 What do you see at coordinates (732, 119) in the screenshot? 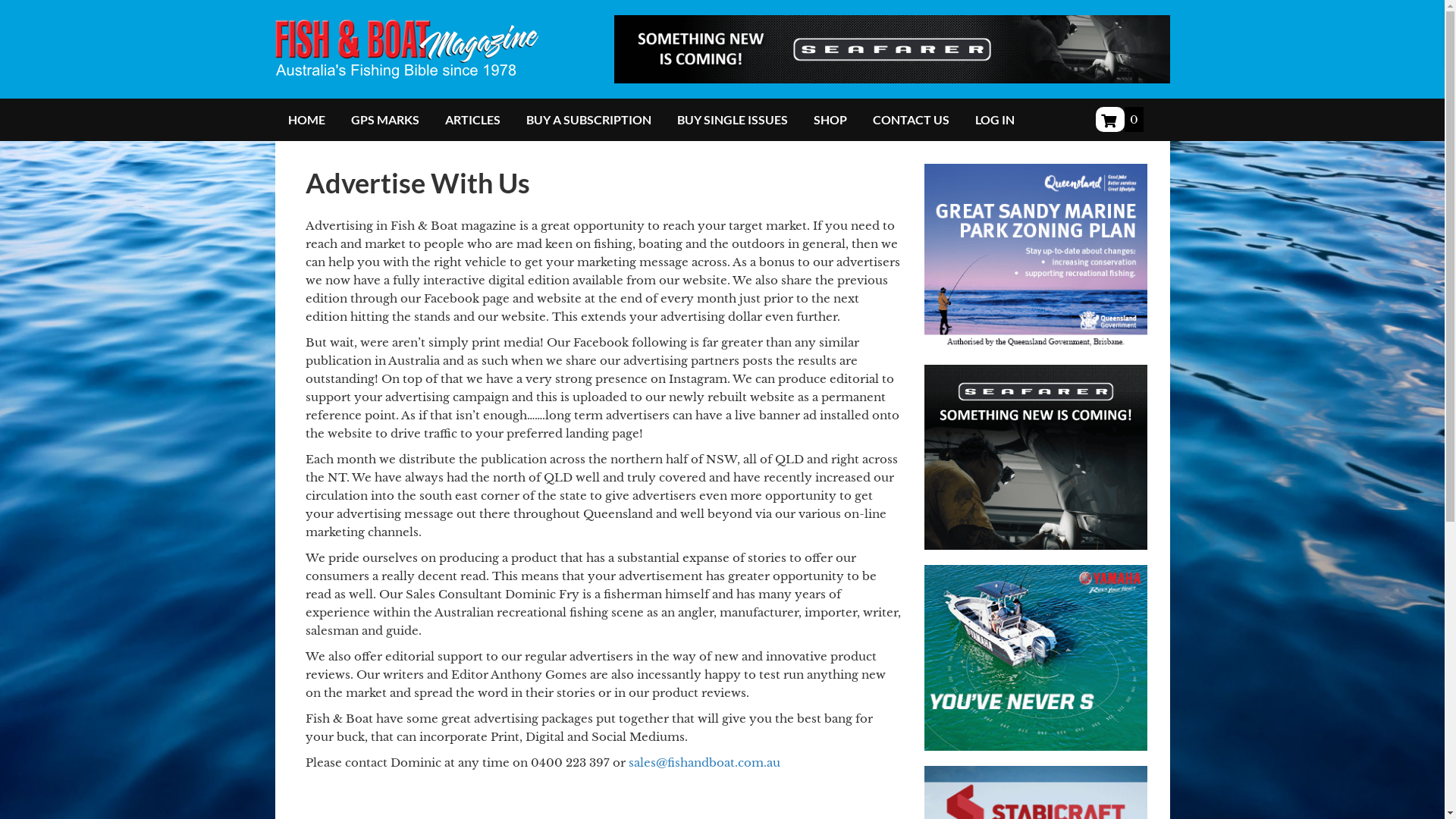
I see `'BUY SINGLE ISSUES'` at bounding box center [732, 119].